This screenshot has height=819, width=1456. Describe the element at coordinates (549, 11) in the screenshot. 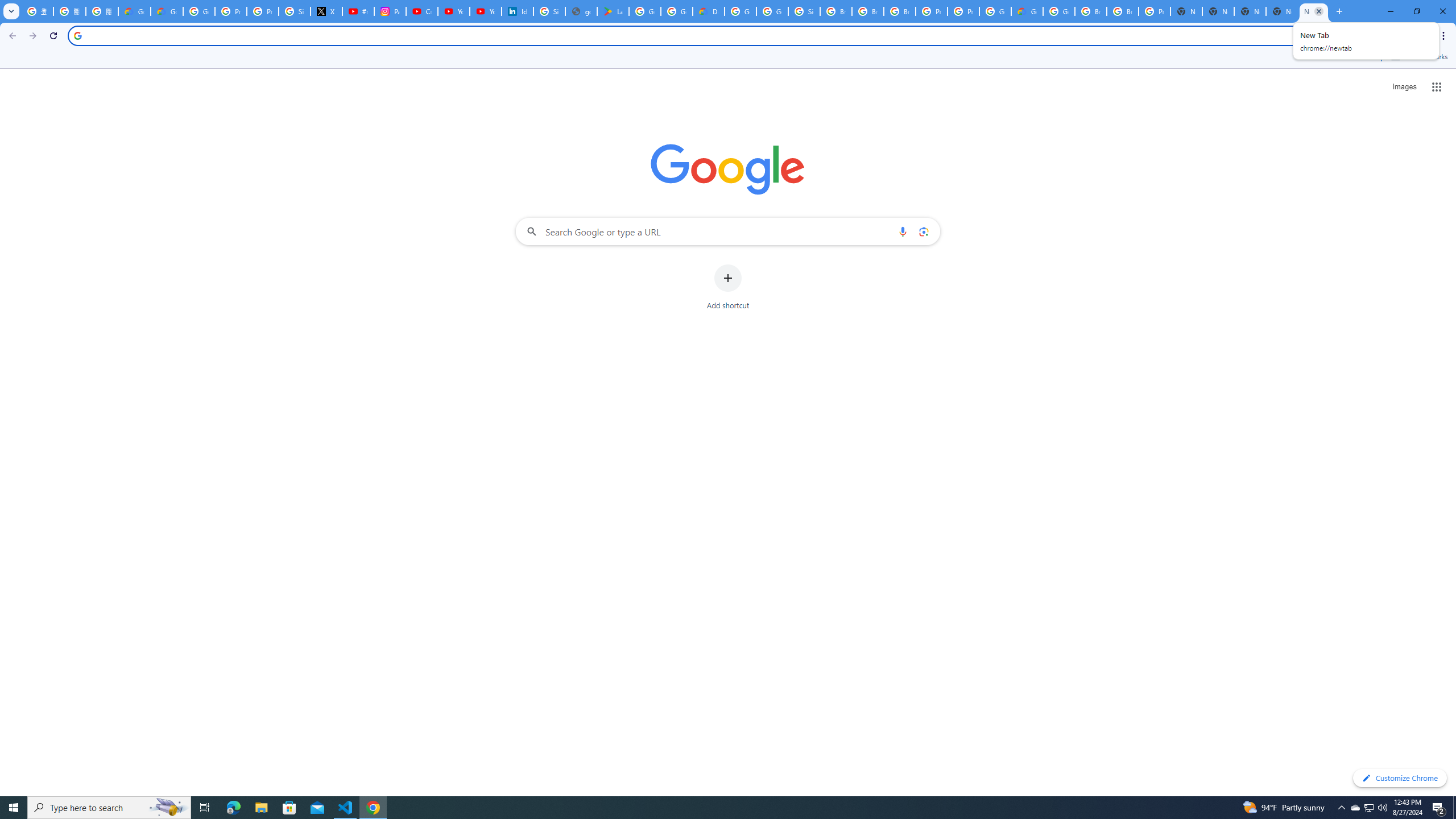

I see `'Sign in - Google Accounts'` at that location.